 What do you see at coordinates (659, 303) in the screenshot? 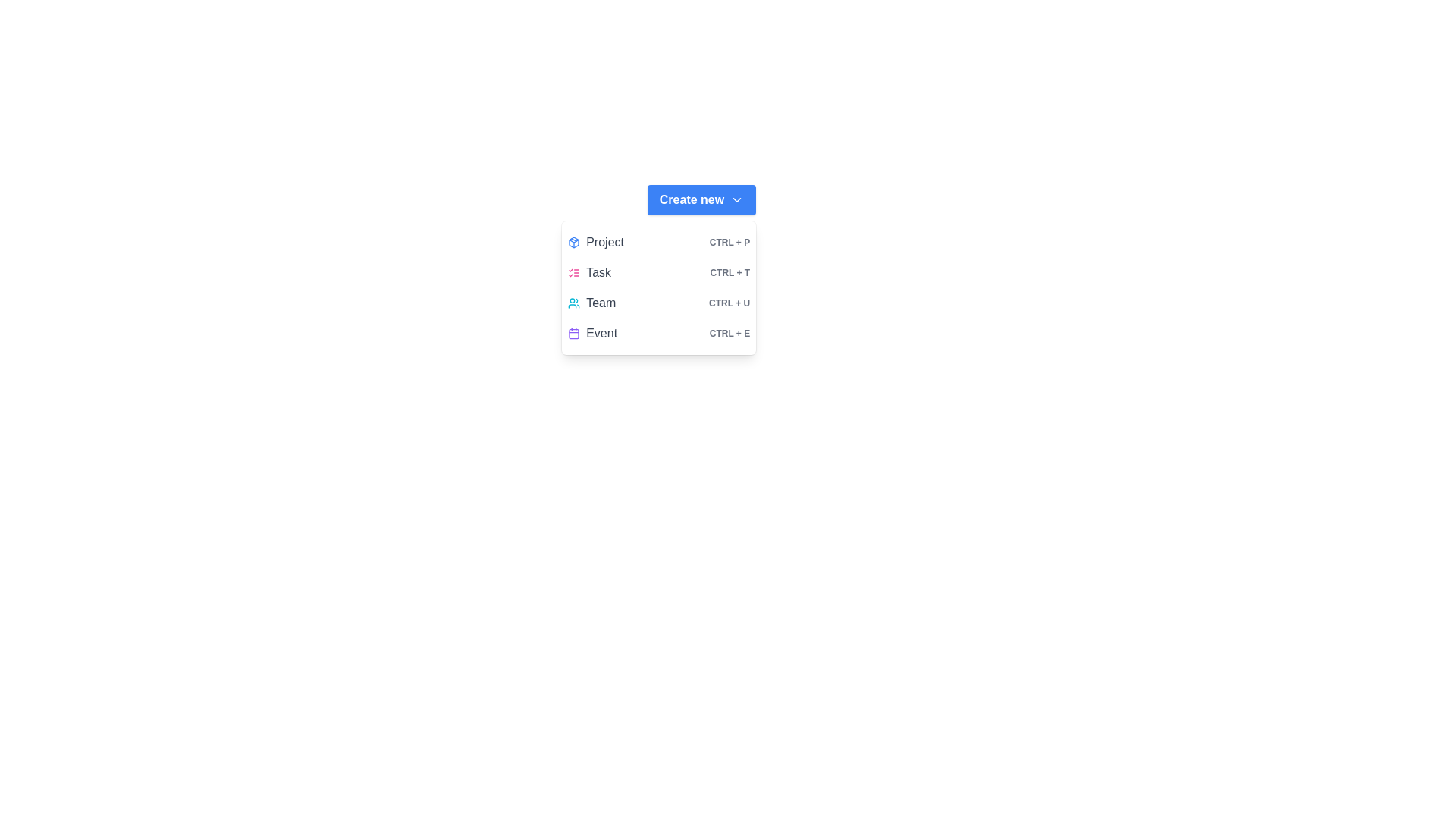
I see `the 'Team' menu item, which is the third entry in the vertical list of menu options` at bounding box center [659, 303].